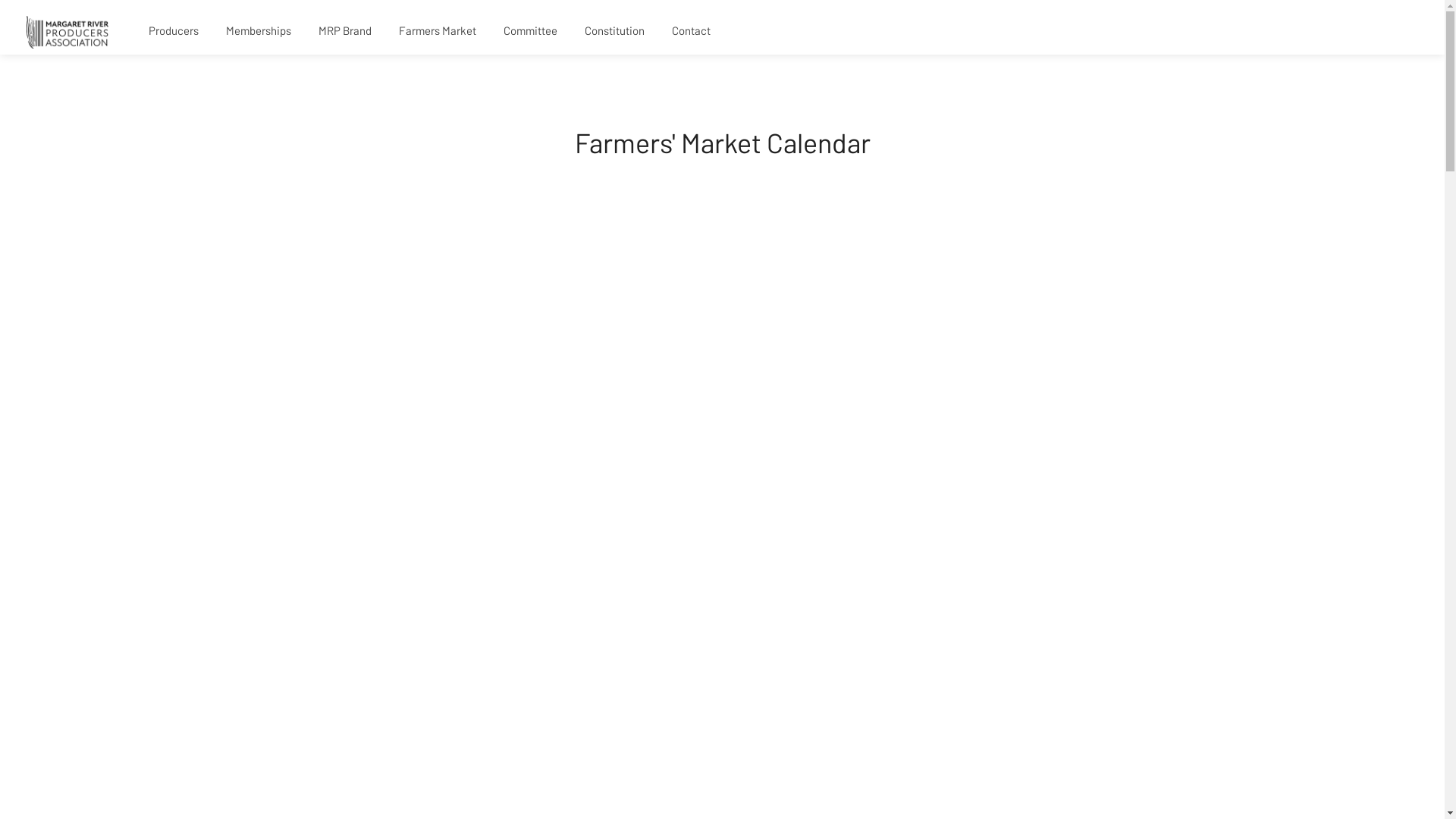 This screenshot has width=1456, height=819. Describe the element at coordinates (306, 31) in the screenshot. I see `'MRP Brand'` at that location.